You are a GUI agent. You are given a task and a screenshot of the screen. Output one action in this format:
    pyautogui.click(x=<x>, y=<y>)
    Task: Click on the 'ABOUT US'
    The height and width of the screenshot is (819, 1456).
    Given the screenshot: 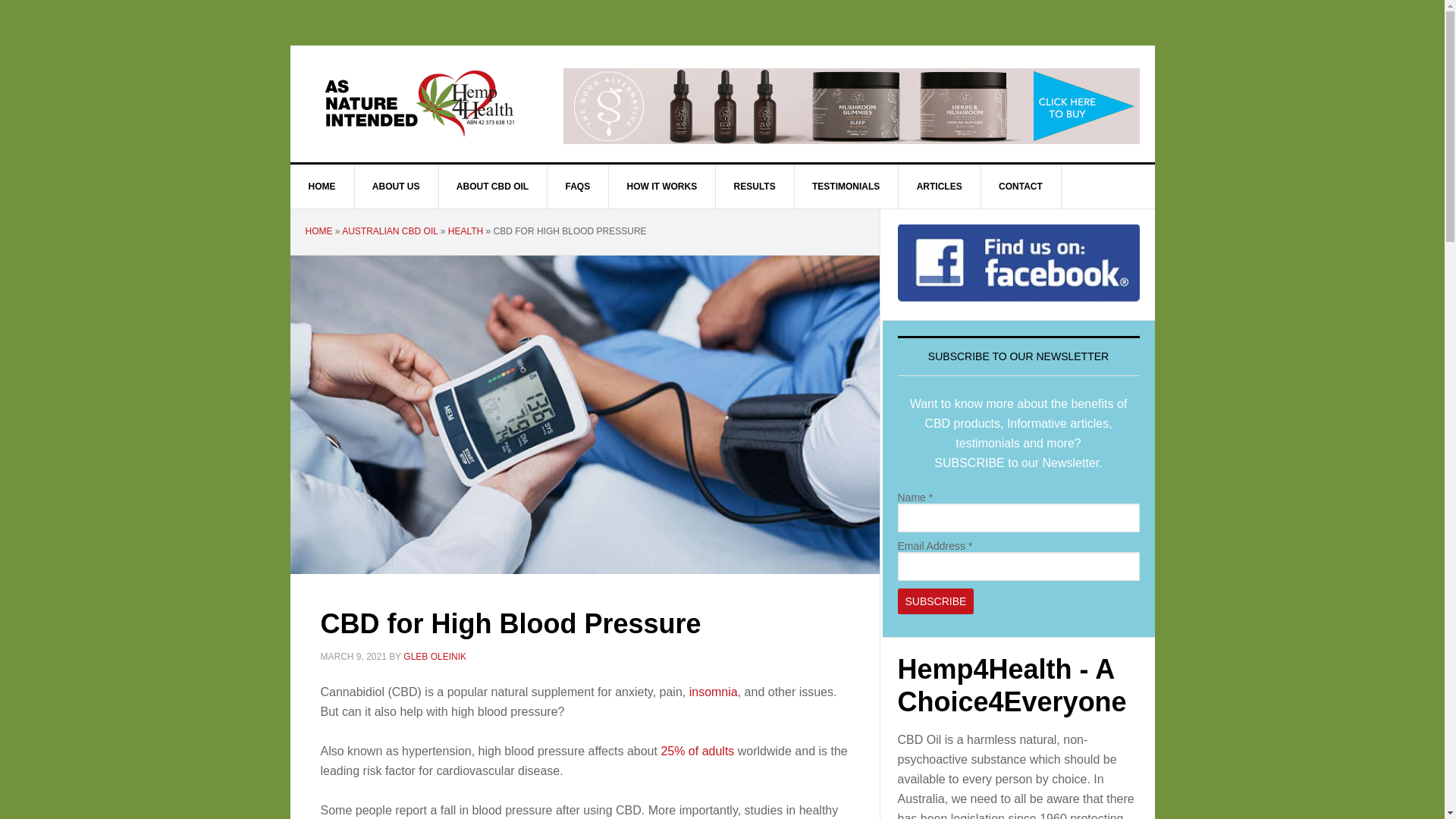 What is the action you would take?
    pyautogui.click(x=397, y=186)
    